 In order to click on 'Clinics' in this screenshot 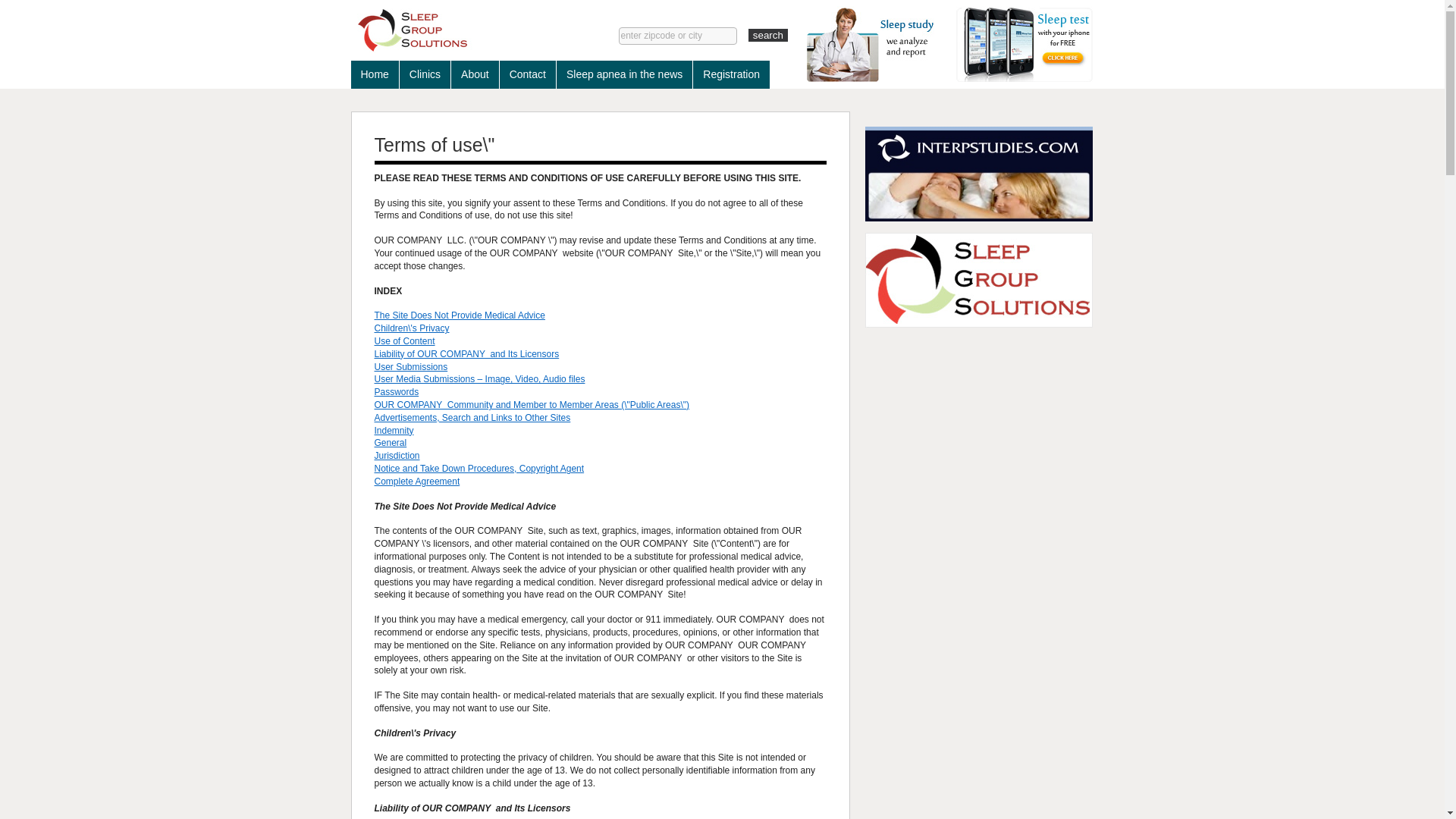, I will do `click(425, 74)`.